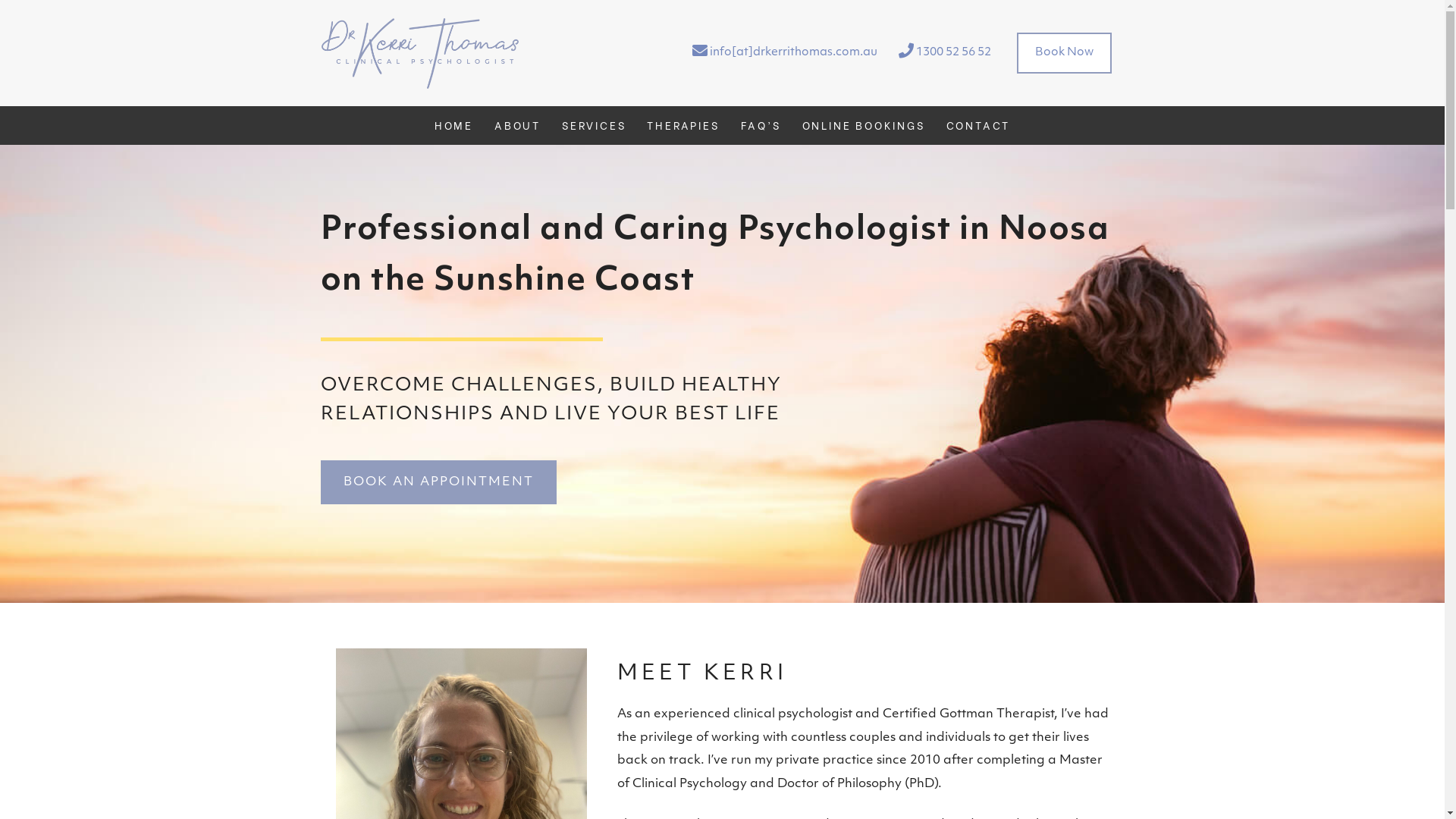  What do you see at coordinates (425, 124) in the screenshot?
I see `'HOME'` at bounding box center [425, 124].